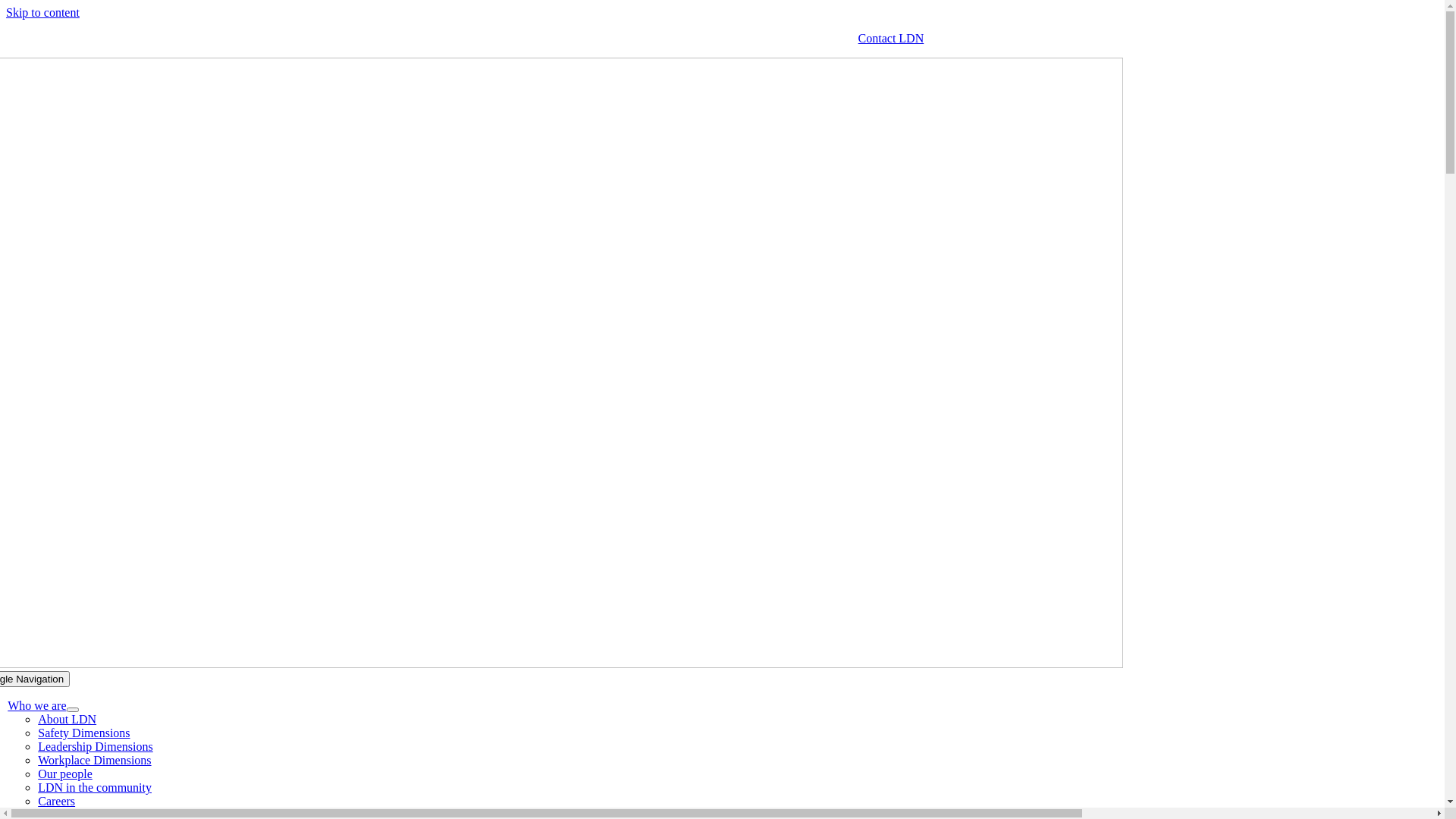  What do you see at coordinates (83, 732) in the screenshot?
I see `'Safety Dimensions'` at bounding box center [83, 732].